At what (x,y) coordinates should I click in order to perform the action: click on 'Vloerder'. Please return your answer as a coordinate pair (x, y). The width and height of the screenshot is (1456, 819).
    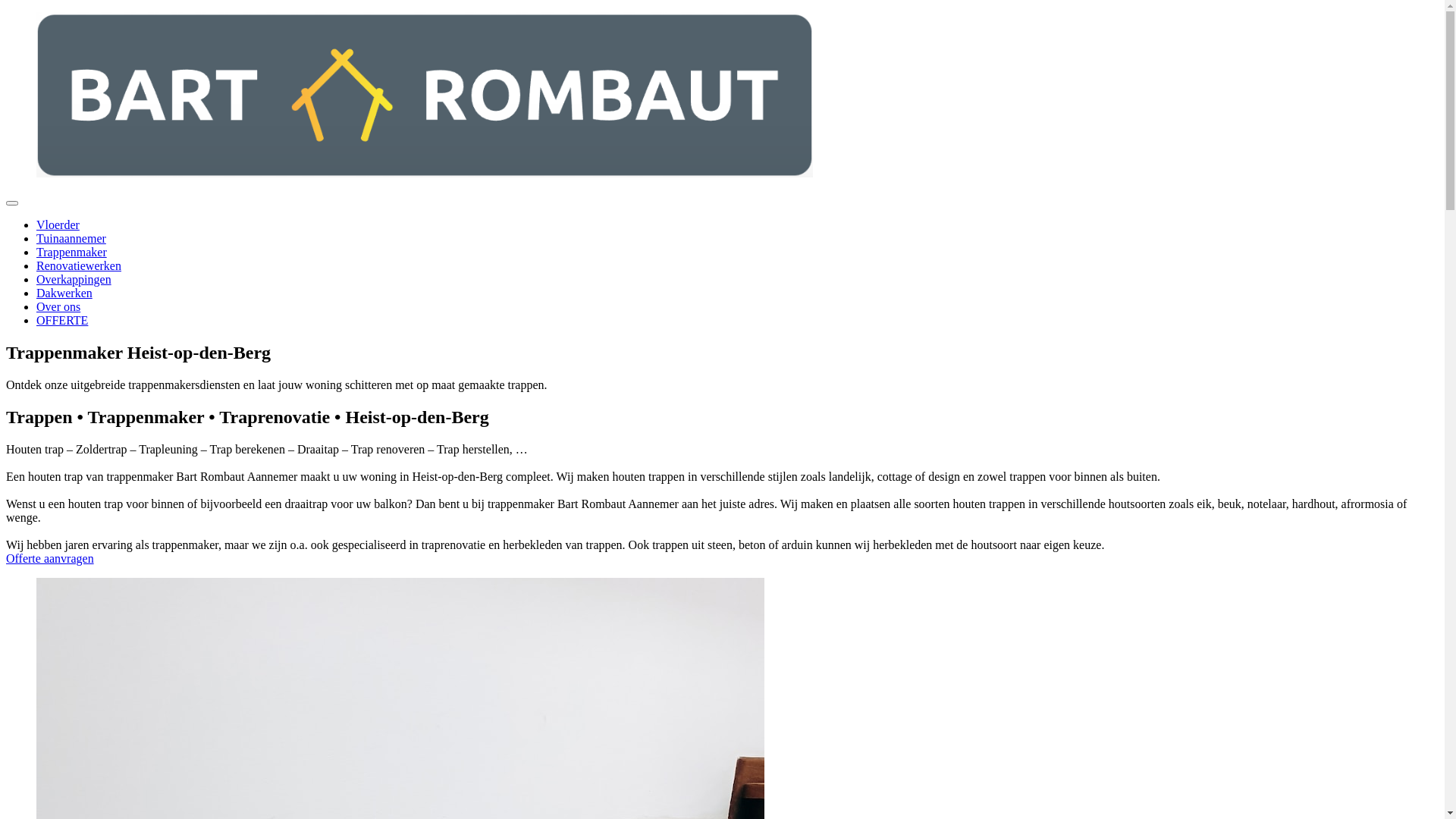
    Looking at the image, I should click on (36, 224).